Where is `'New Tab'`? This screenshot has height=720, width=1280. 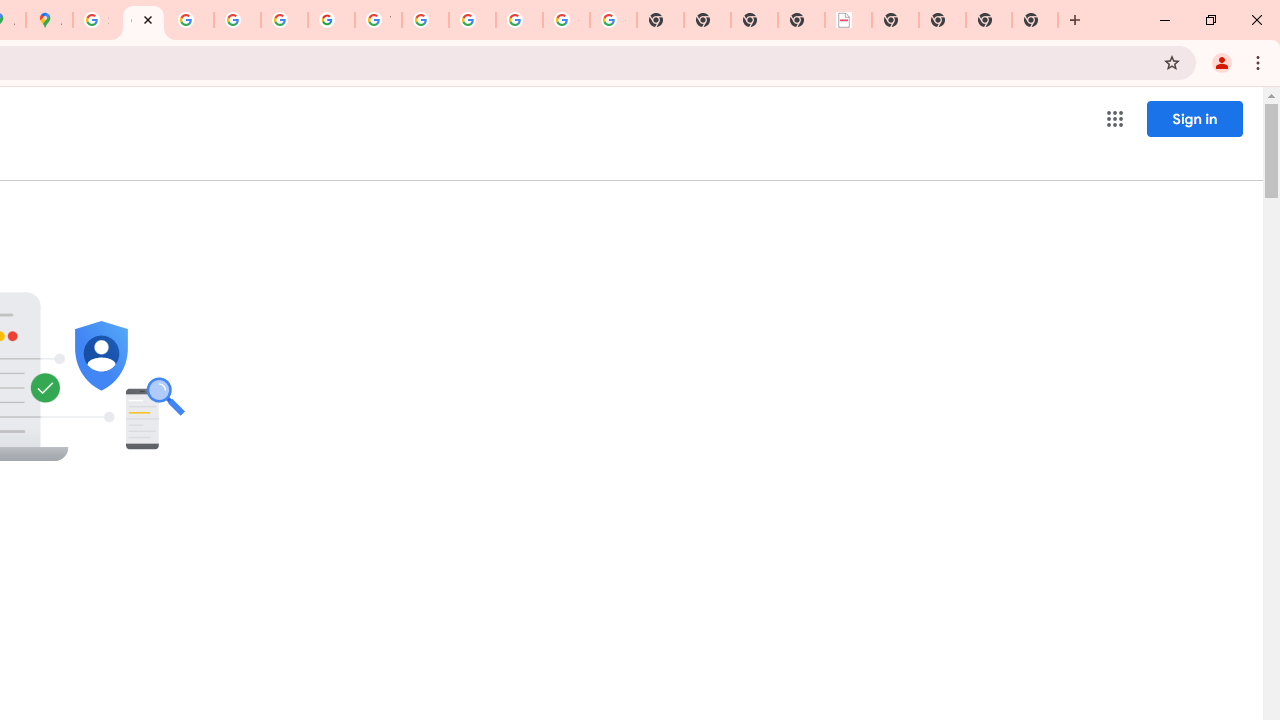 'New Tab' is located at coordinates (1035, 20).